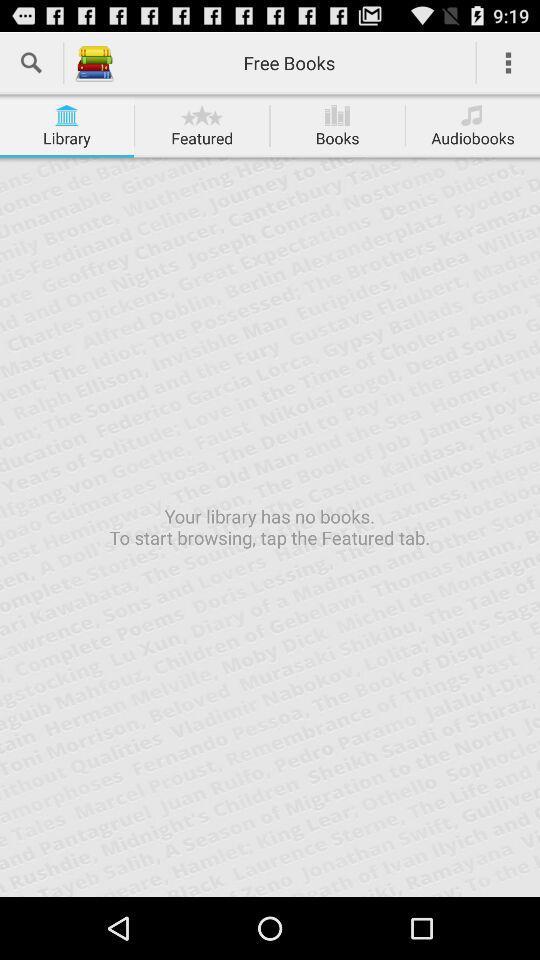 The height and width of the screenshot is (960, 540). What do you see at coordinates (30, 67) in the screenshot?
I see `the search icon` at bounding box center [30, 67].